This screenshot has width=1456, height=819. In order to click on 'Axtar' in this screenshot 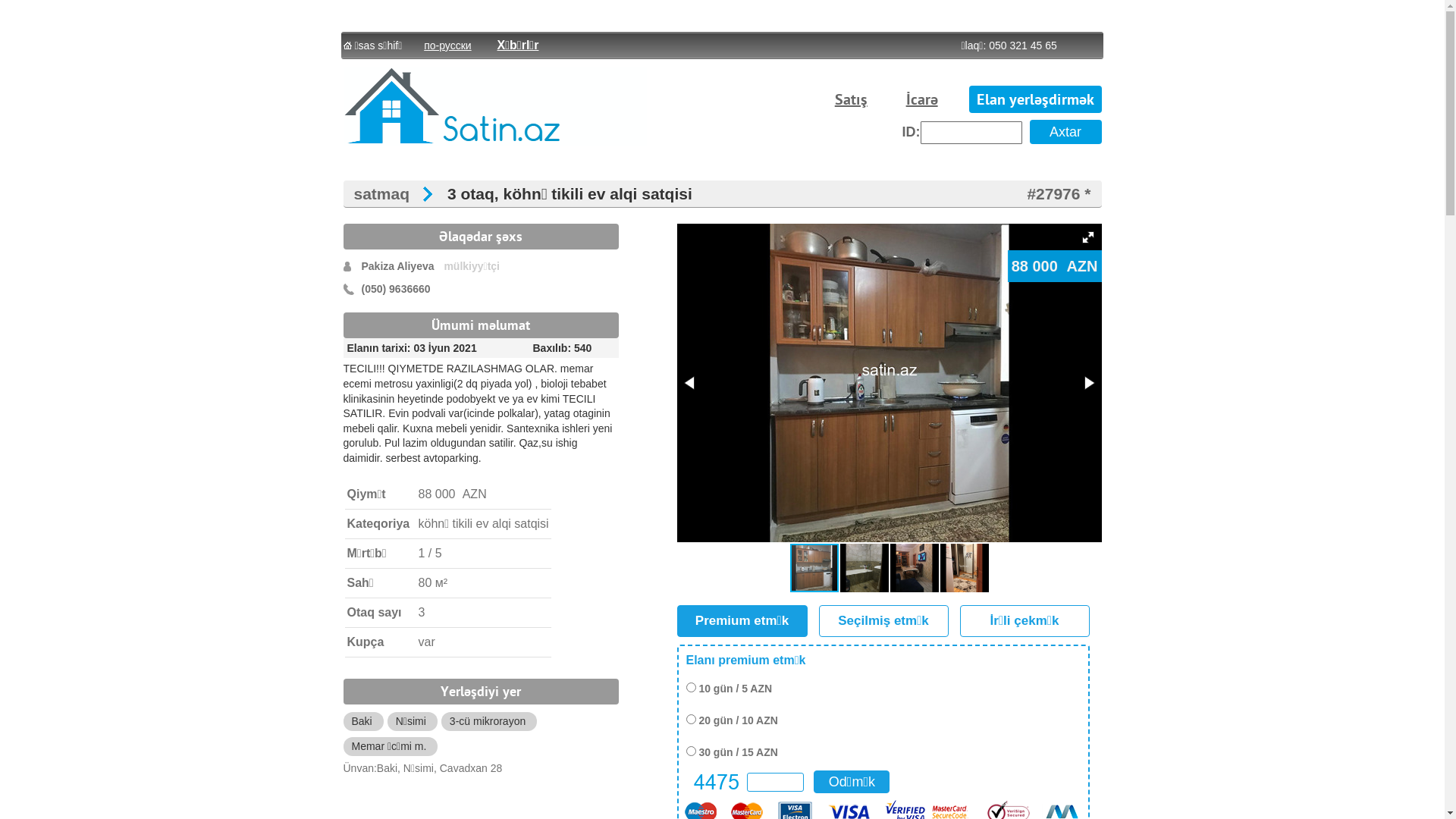, I will do `click(1065, 130)`.